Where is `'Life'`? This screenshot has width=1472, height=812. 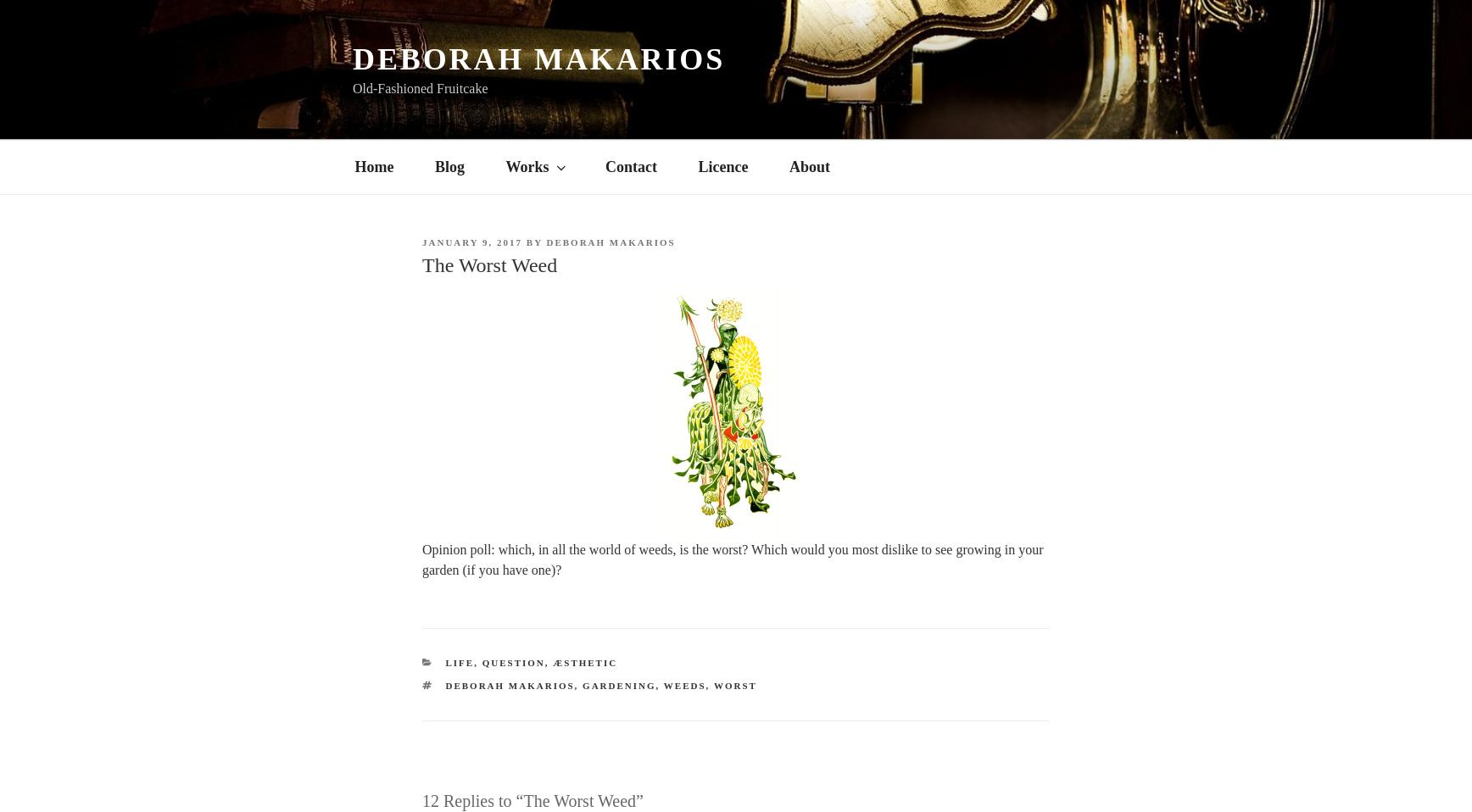
'Life' is located at coordinates (459, 661).